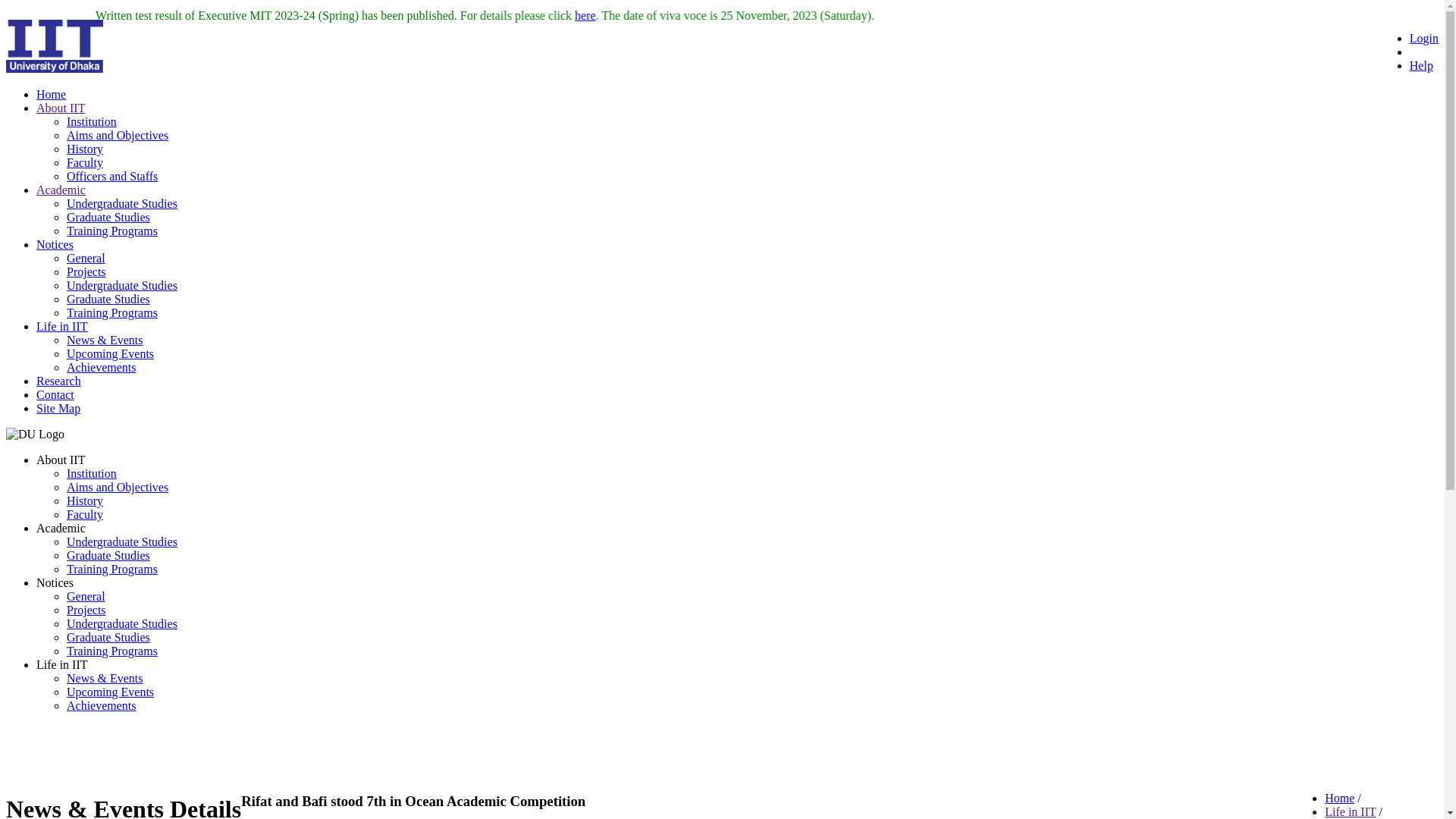  Describe the element at coordinates (122, 623) in the screenshot. I see `'Undergraduate Studies'` at that location.